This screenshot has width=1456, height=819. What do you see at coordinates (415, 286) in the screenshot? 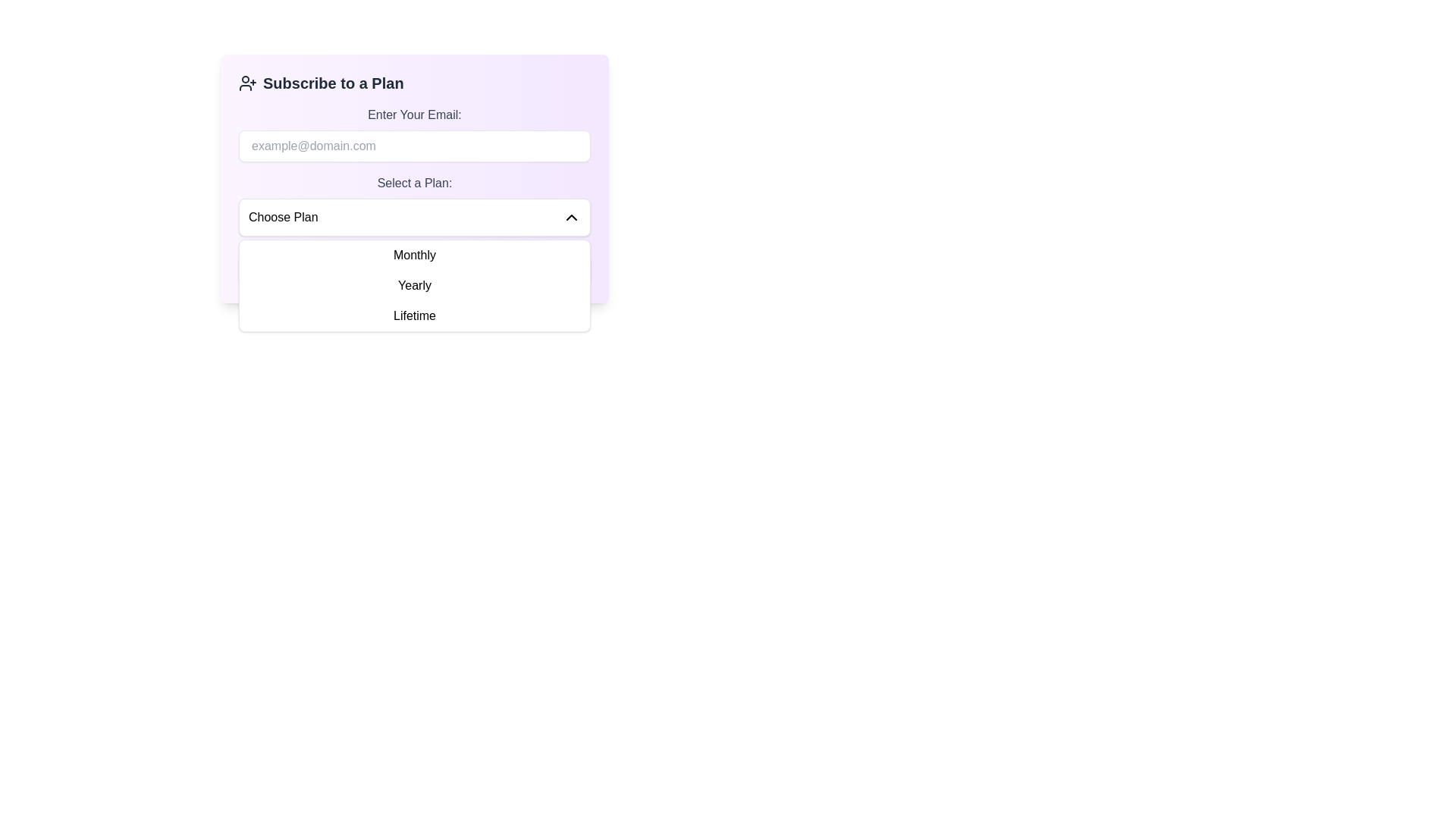
I see `the dropdown menu for selecting subscription plans located below the 'Choose Plan' button` at bounding box center [415, 286].